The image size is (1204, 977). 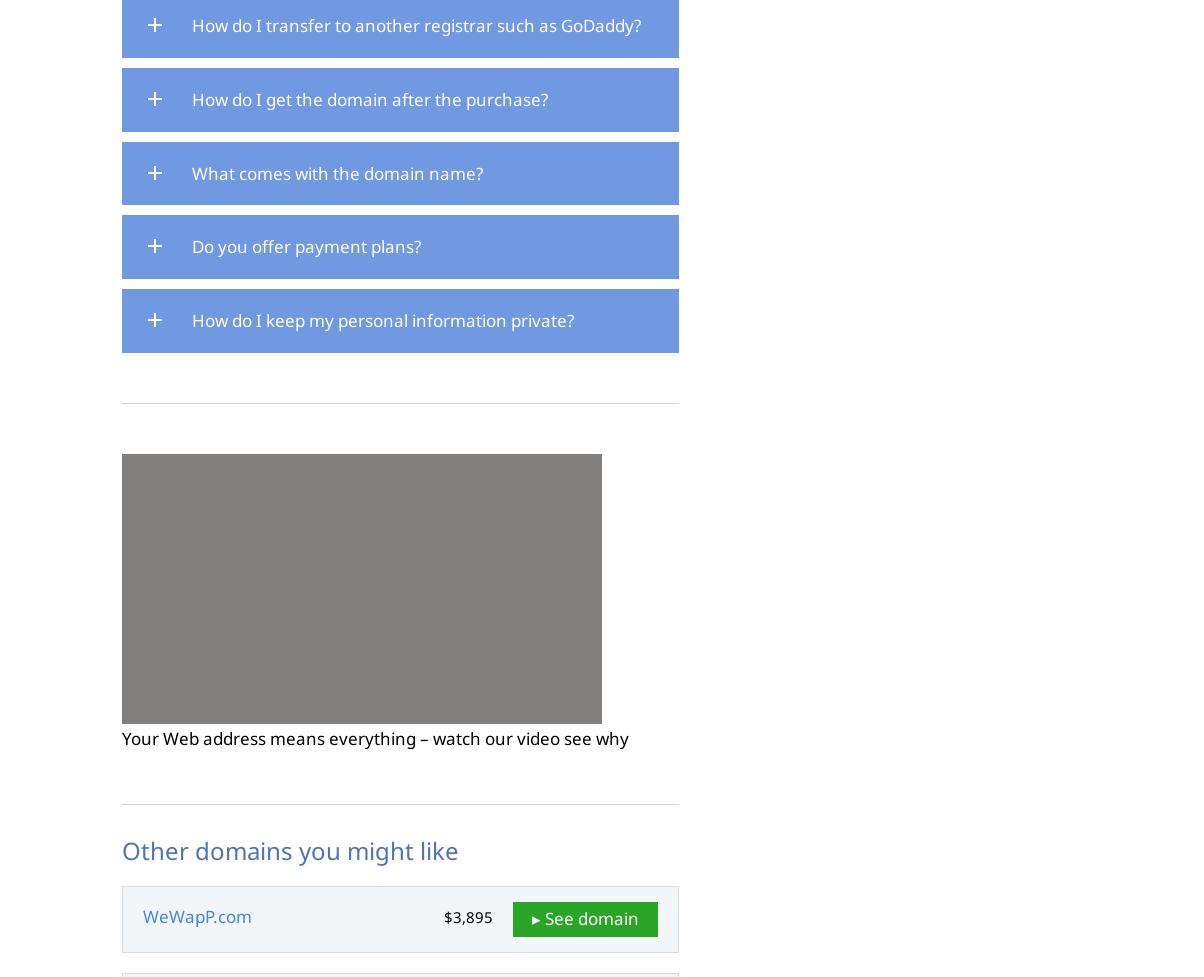 I want to click on 'Do you offer payment plans?', so click(x=306, y=245).